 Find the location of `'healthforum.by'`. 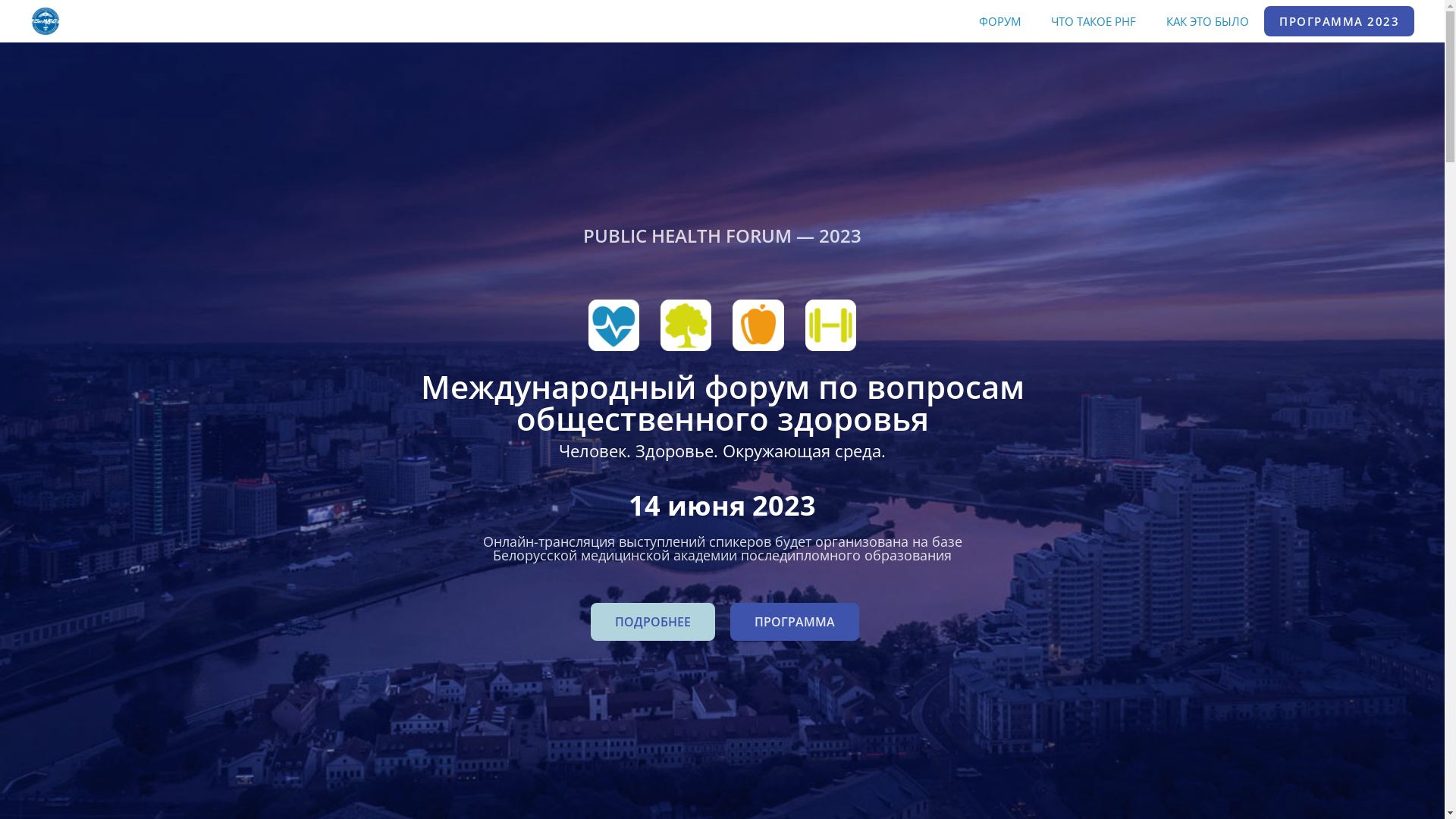

'healthforum.by' is located at coordinates (45, 20).